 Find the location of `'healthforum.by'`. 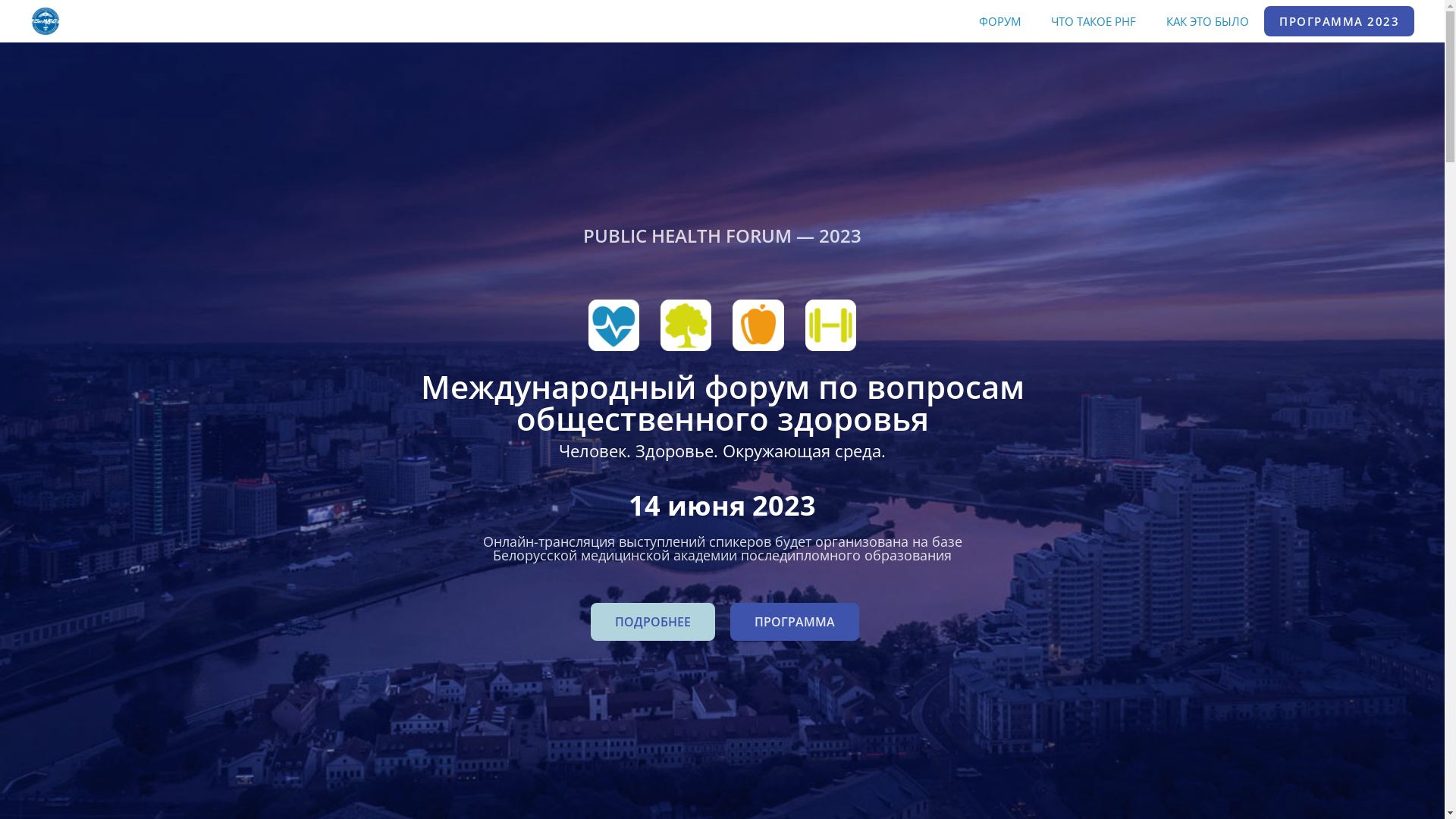

'healthforum.by' is located at coordinates (45, 20).